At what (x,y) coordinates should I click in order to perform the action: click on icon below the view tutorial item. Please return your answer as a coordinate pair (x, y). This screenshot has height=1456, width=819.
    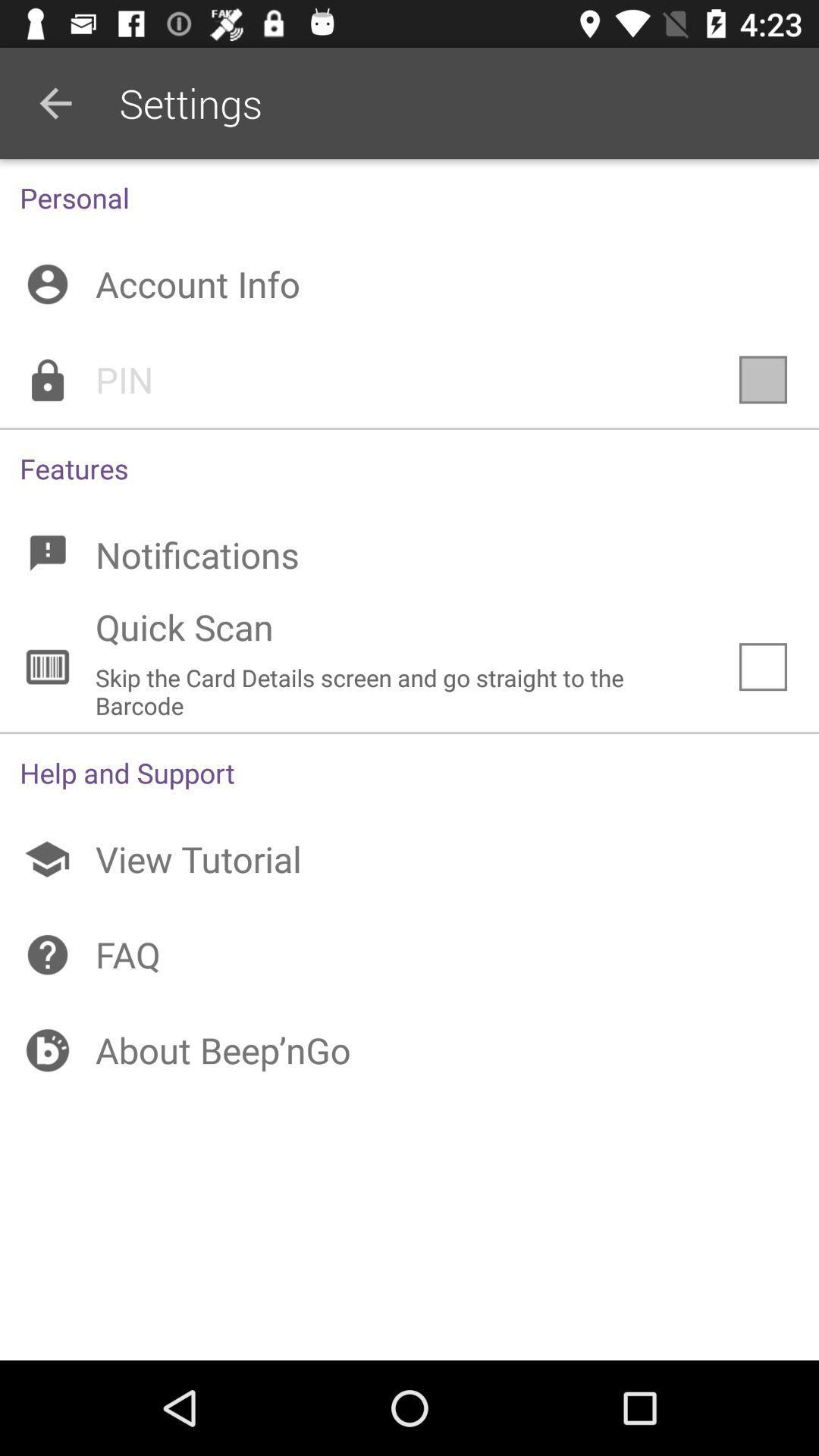
    Looking at the image, I should click on (409, 954).